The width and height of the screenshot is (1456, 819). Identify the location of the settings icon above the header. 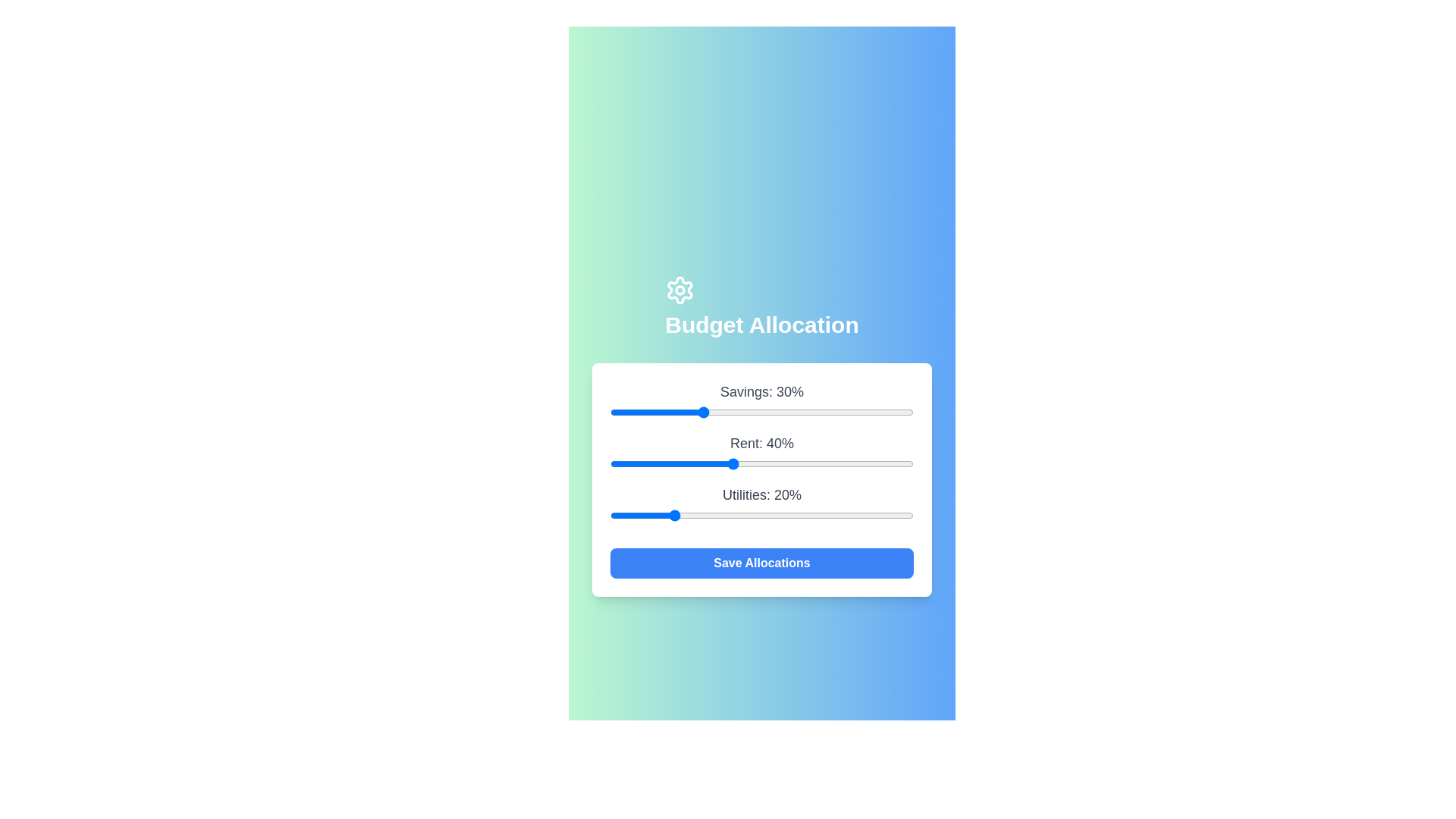
(679, 290).